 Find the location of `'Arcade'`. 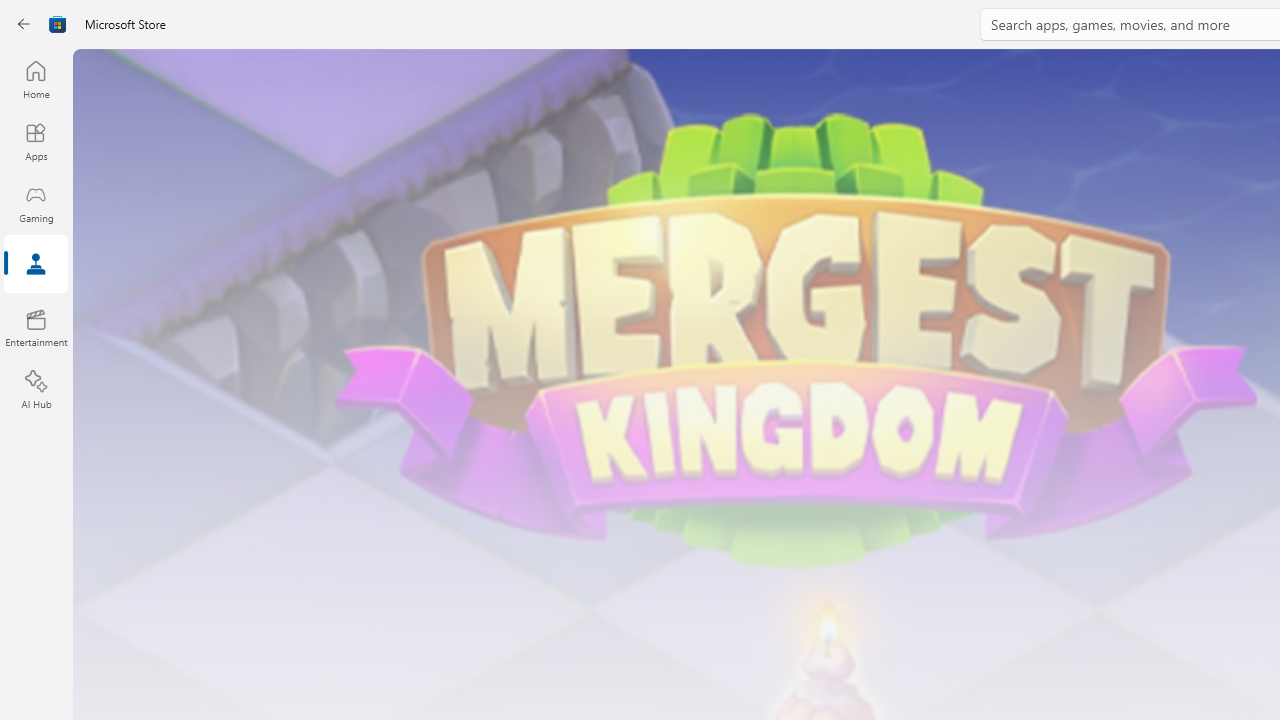

'Arcade' is located at coordinates (35, 264).